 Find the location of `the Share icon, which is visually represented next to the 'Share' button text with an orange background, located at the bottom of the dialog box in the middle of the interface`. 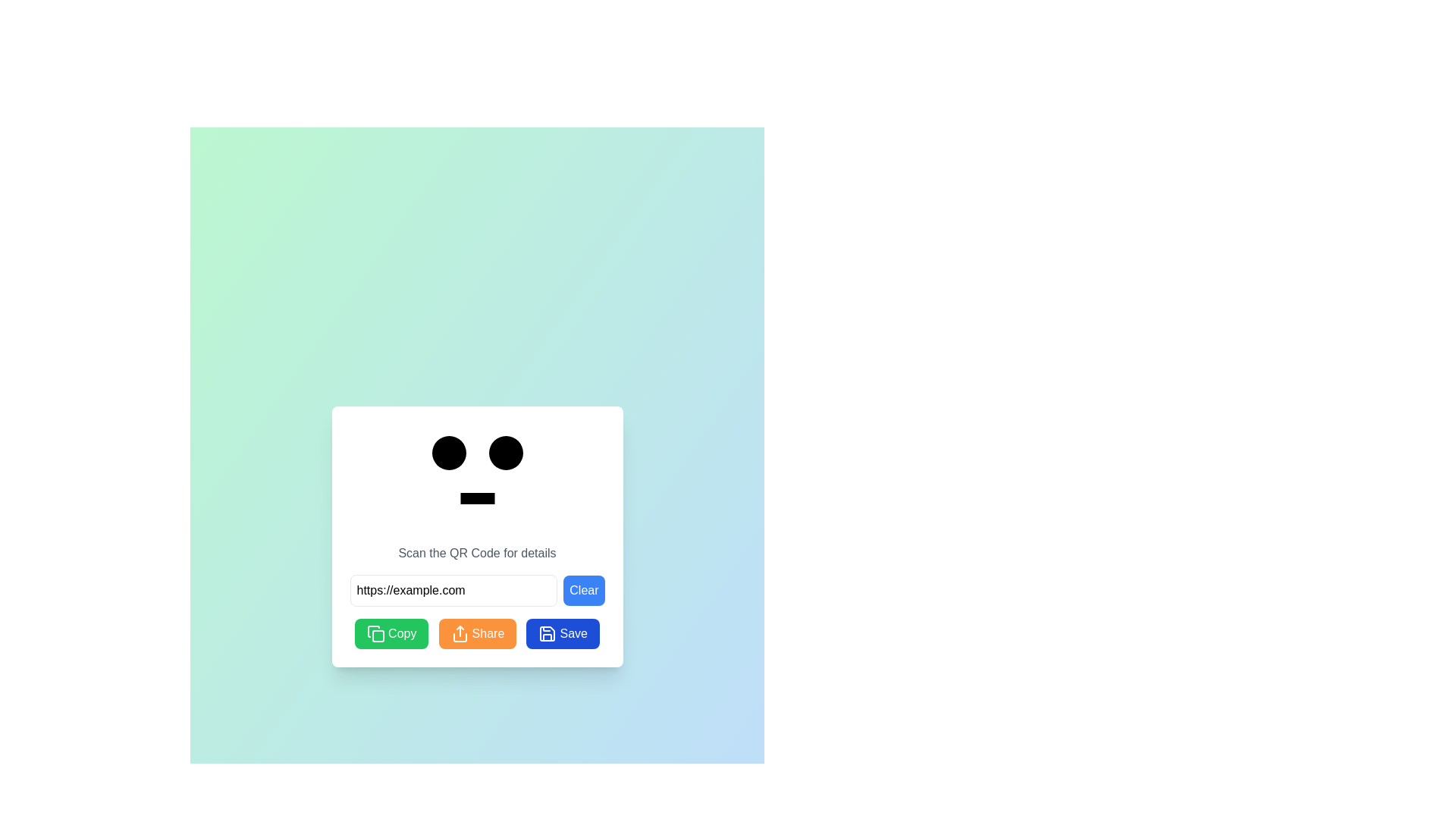

the Share icon, which is visually represented next to the 'Share' button text with an orange background, located at the bottom of the dialog box in the middle of the interface is located at coordinates (459, 634).